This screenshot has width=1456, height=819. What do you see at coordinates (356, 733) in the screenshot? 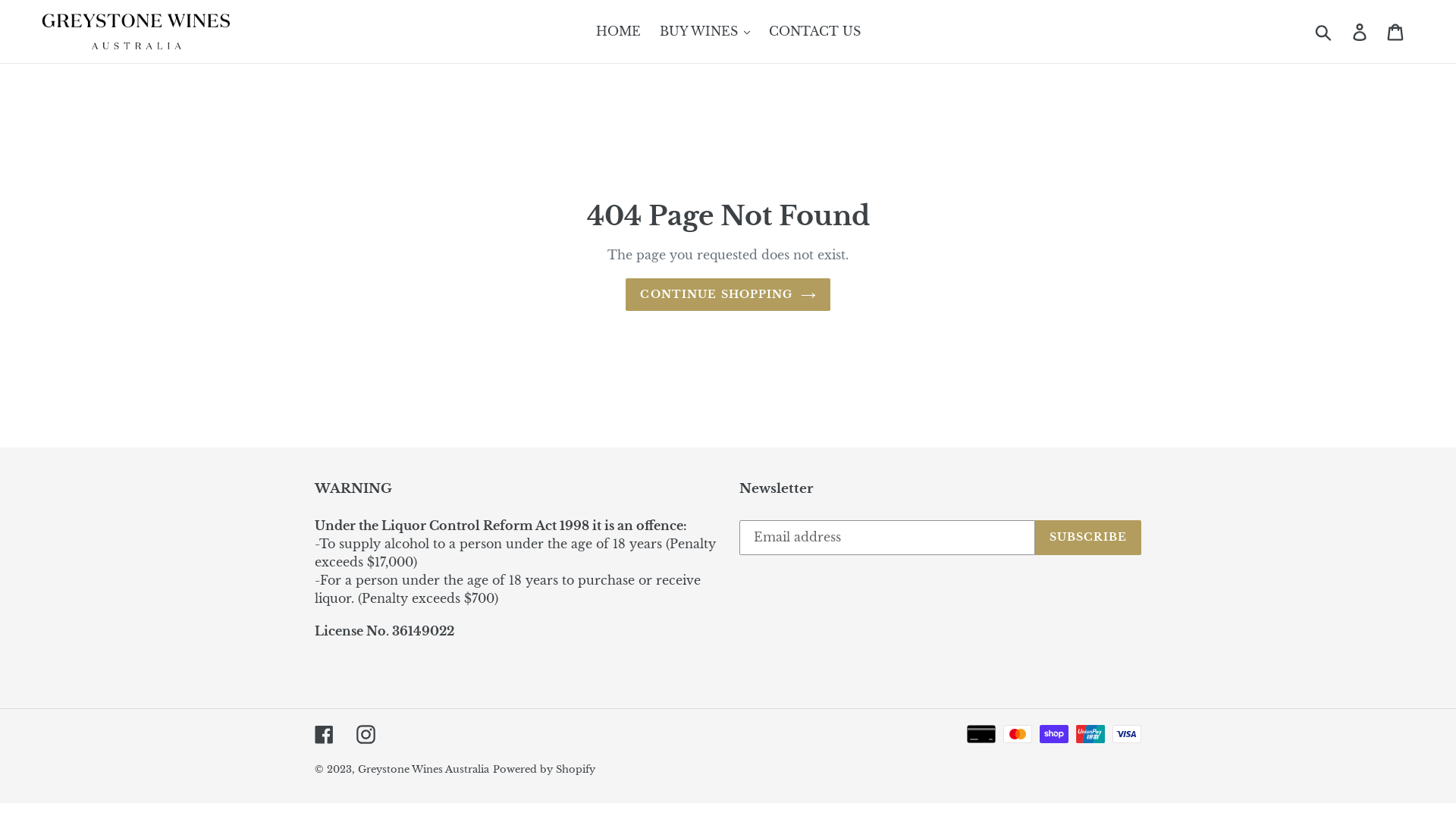
I see `'Instagram'` at bounding box center [356, 733].